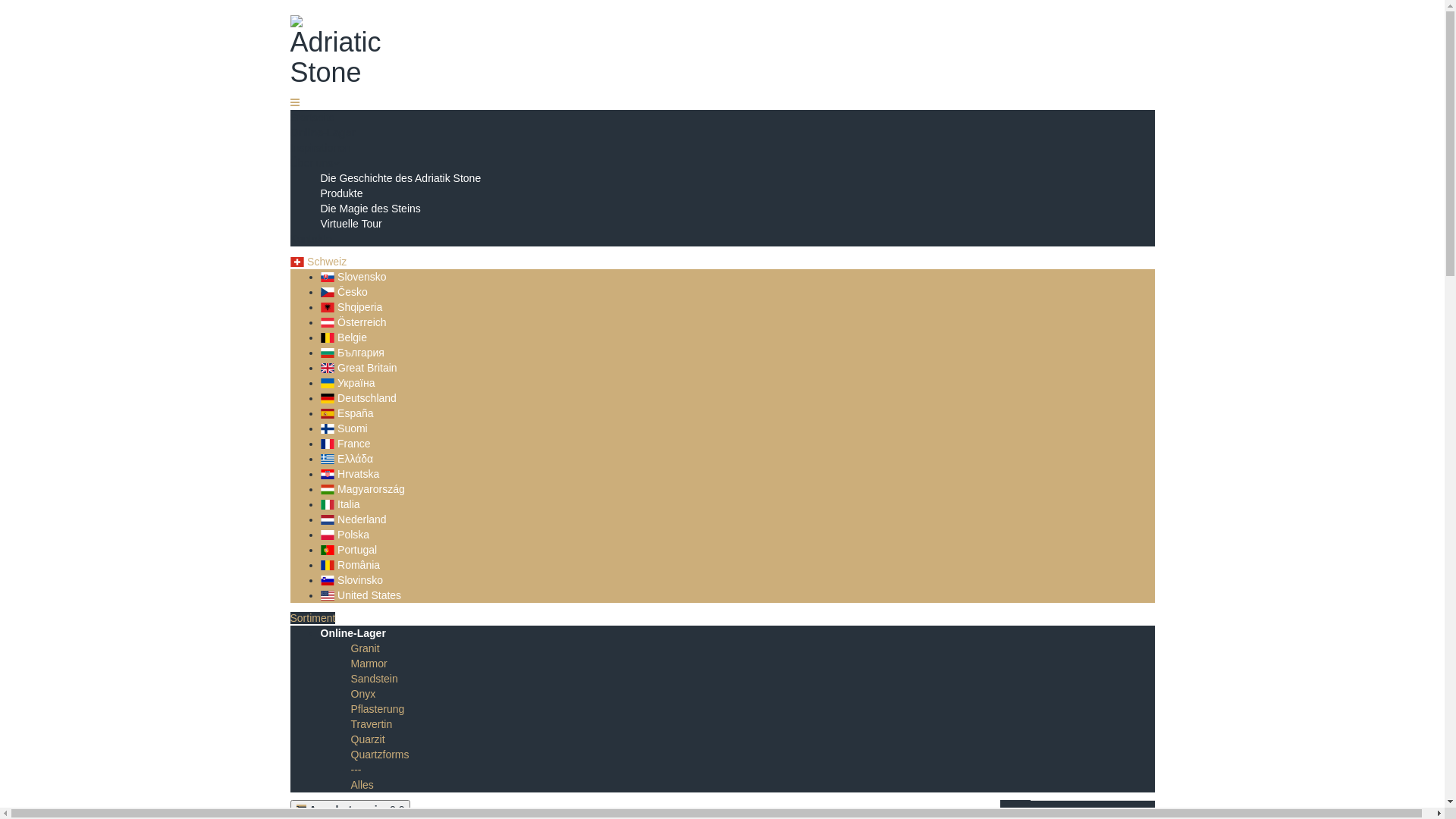  I want to click on 'Onyx', so click(349, 693).